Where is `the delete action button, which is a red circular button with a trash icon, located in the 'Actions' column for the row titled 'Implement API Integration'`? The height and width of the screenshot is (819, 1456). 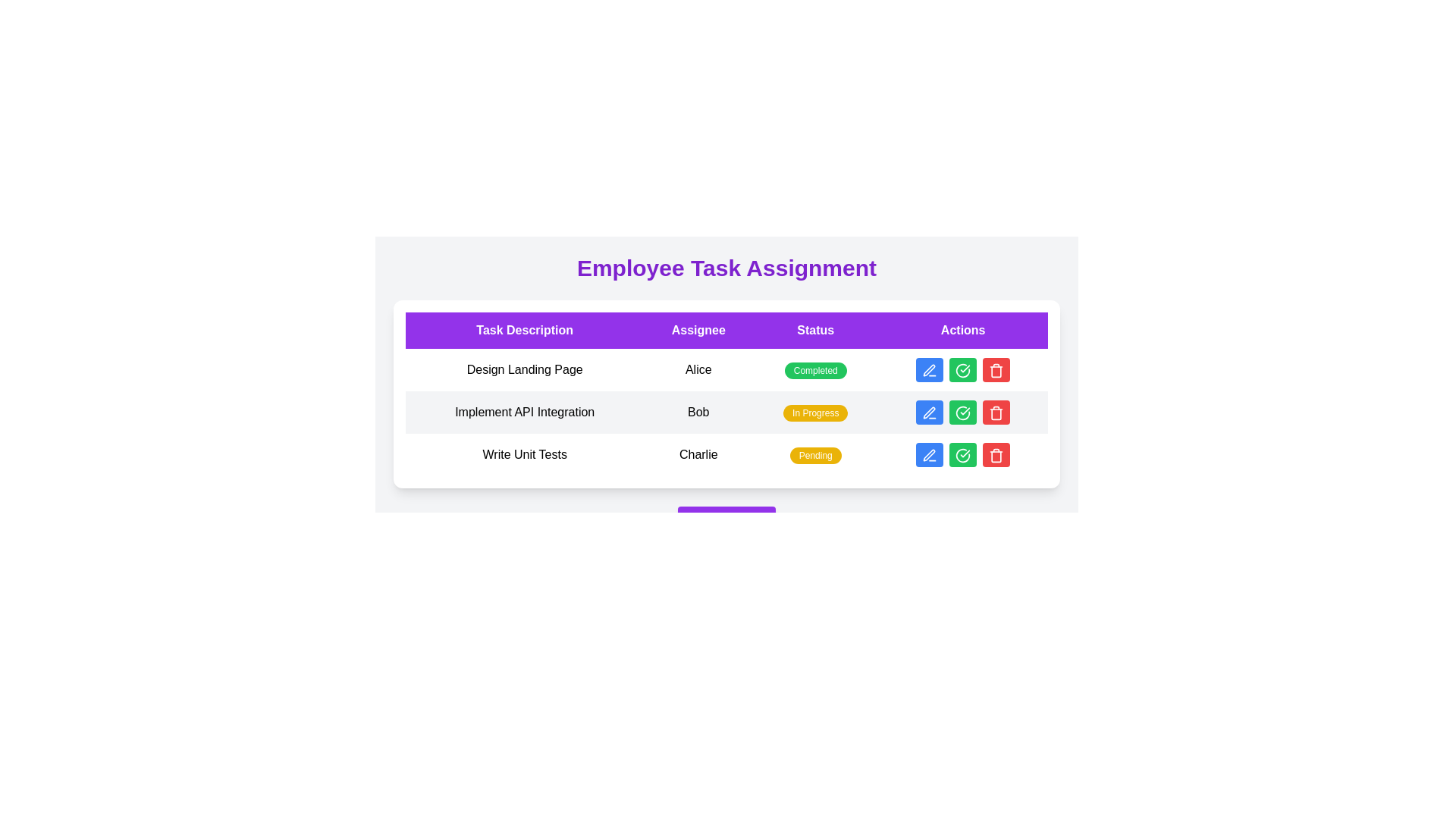
the delete action button, which is a red circular button with a trash icon, located in the 'Actions' column for the row titled 'Implement API Integration' is located at coordinates (996, 454).